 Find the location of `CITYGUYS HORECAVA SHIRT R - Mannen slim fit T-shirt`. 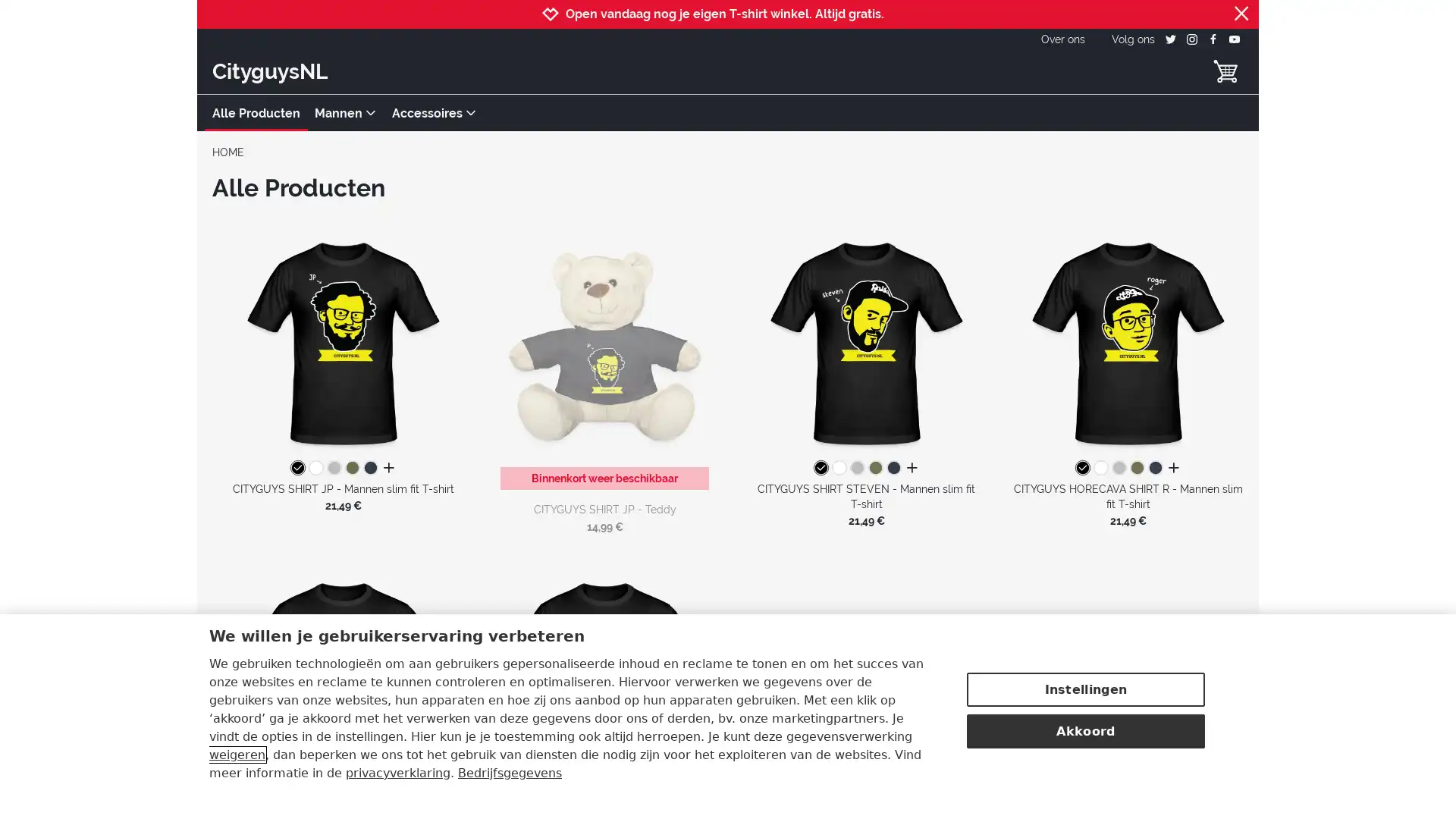

CITYGUYS HORECAVA SHIRT R - Mannen slim fit T-shirt is located at coordinates (1128, 340).